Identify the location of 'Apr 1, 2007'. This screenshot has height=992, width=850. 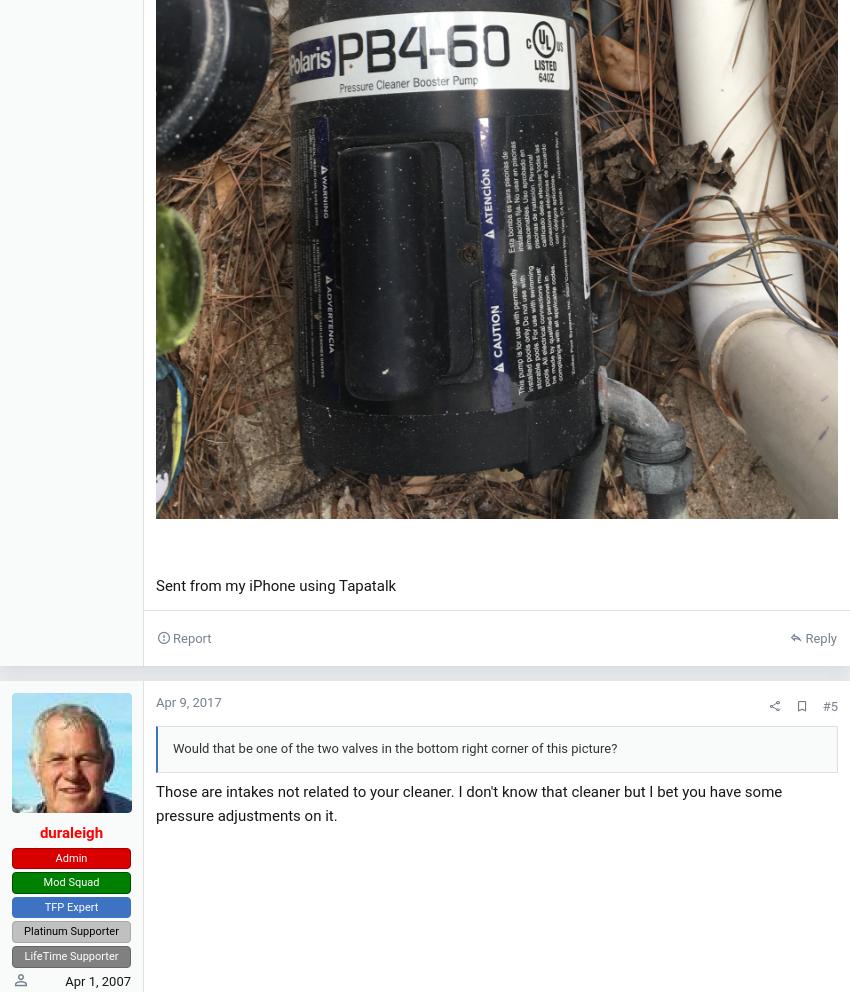
(97, 981).